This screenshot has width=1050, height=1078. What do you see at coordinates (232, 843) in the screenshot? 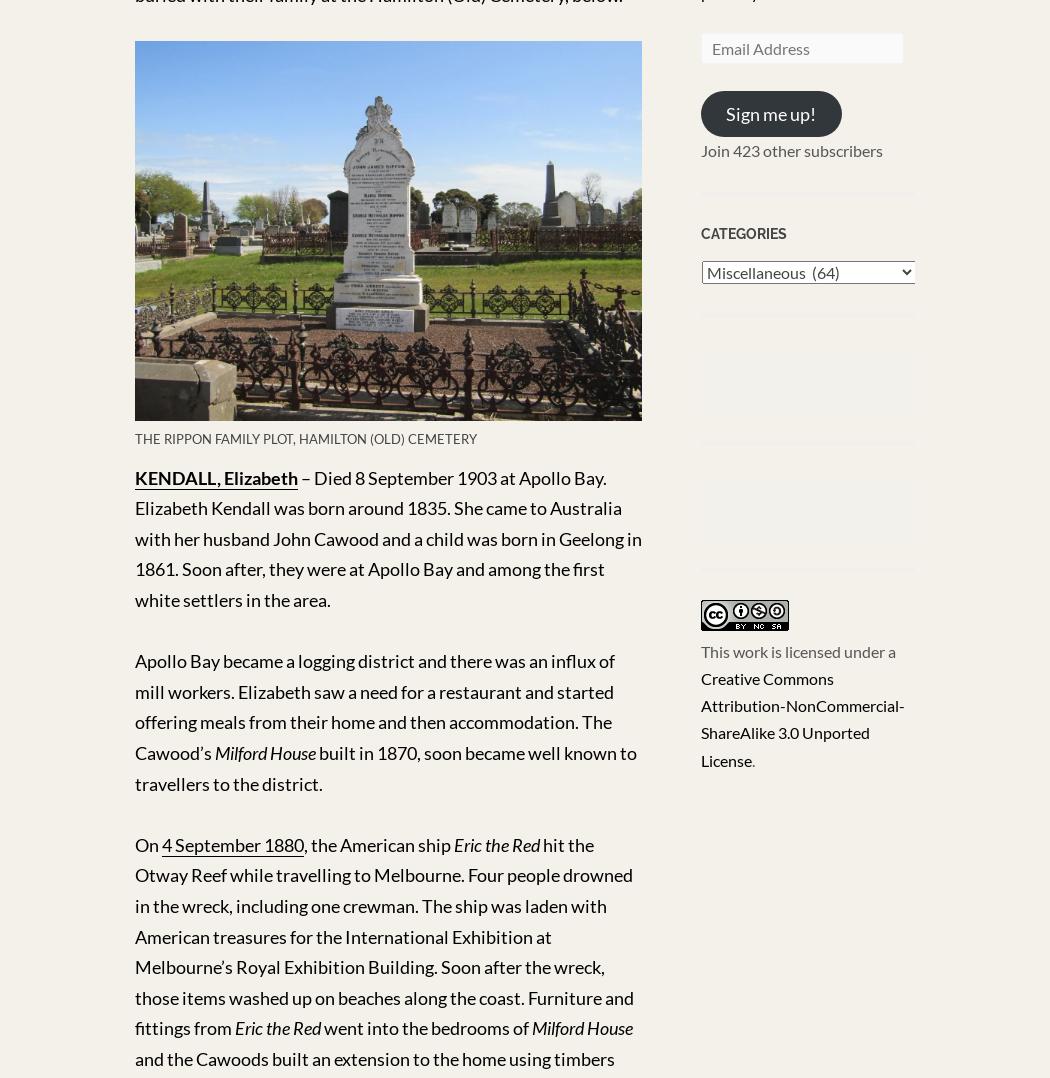
I see `'4 September 1880'` at bounding box center [232, 843].